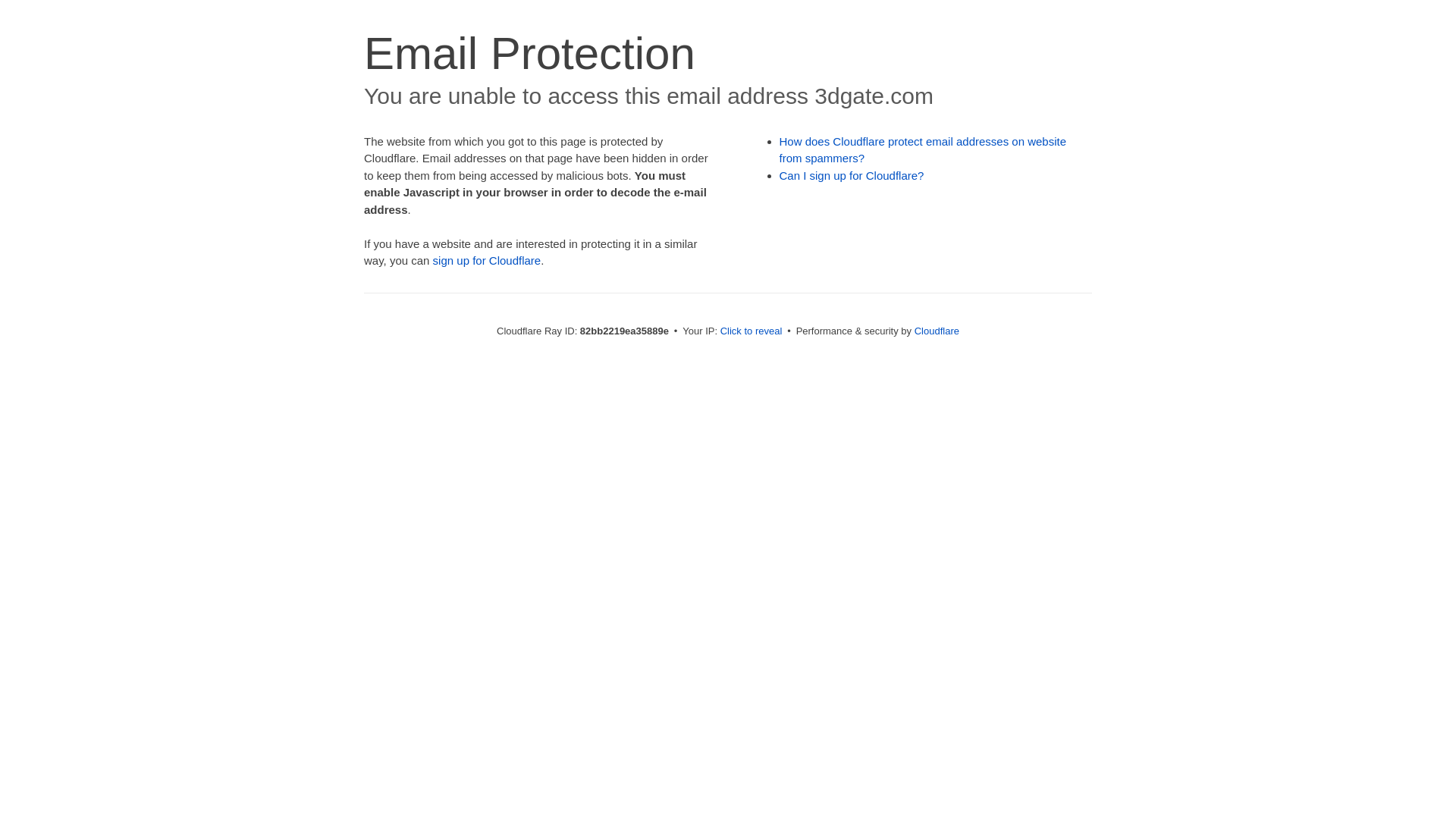  Describe the element at coordinates (720, 330) in the screenshot. I see `'Click to reveal'` at that location.